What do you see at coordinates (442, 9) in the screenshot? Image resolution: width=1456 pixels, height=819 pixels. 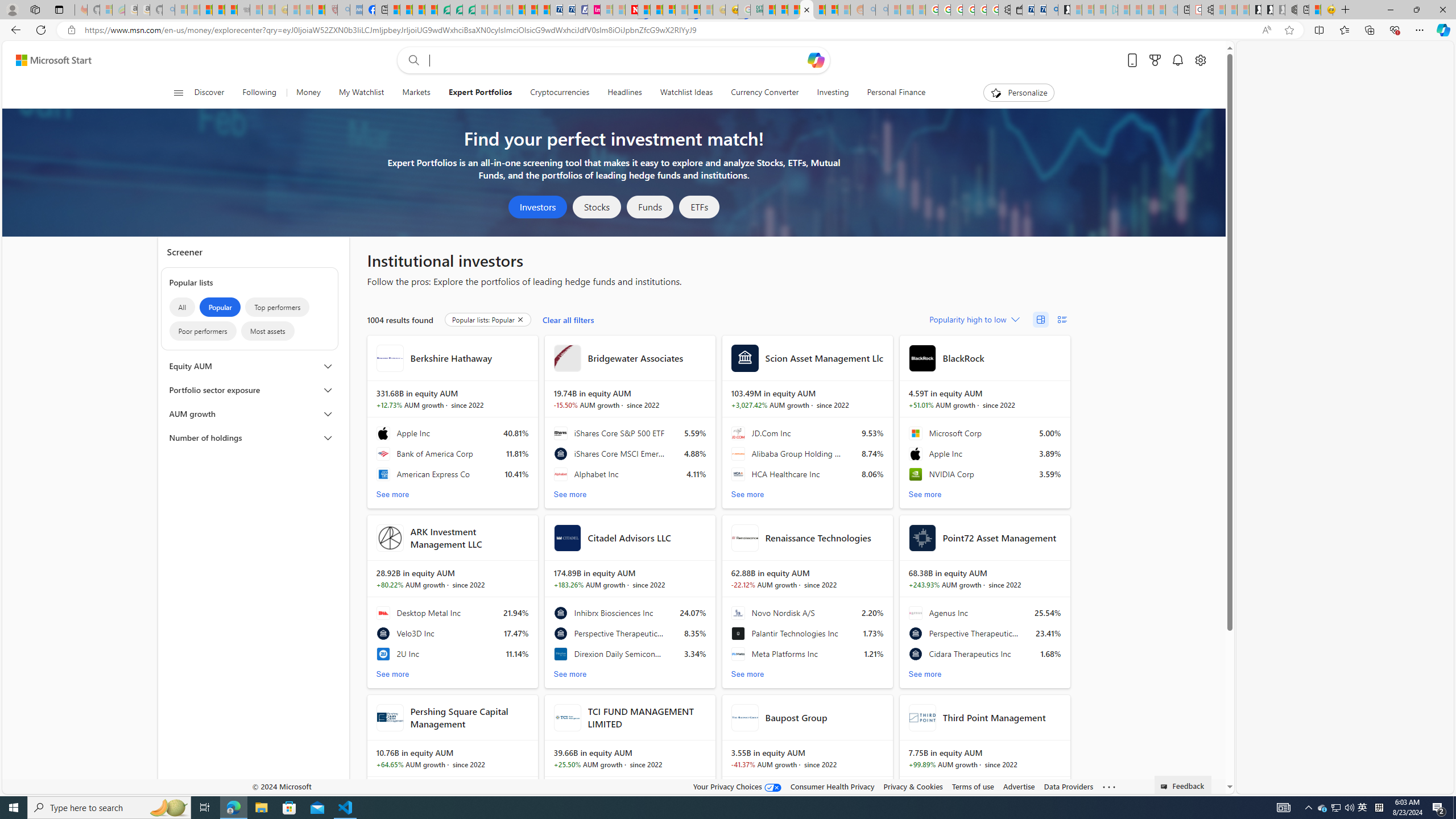 I see `'LendingTree - Compare Lenders'` at bounding box center [442, 9].